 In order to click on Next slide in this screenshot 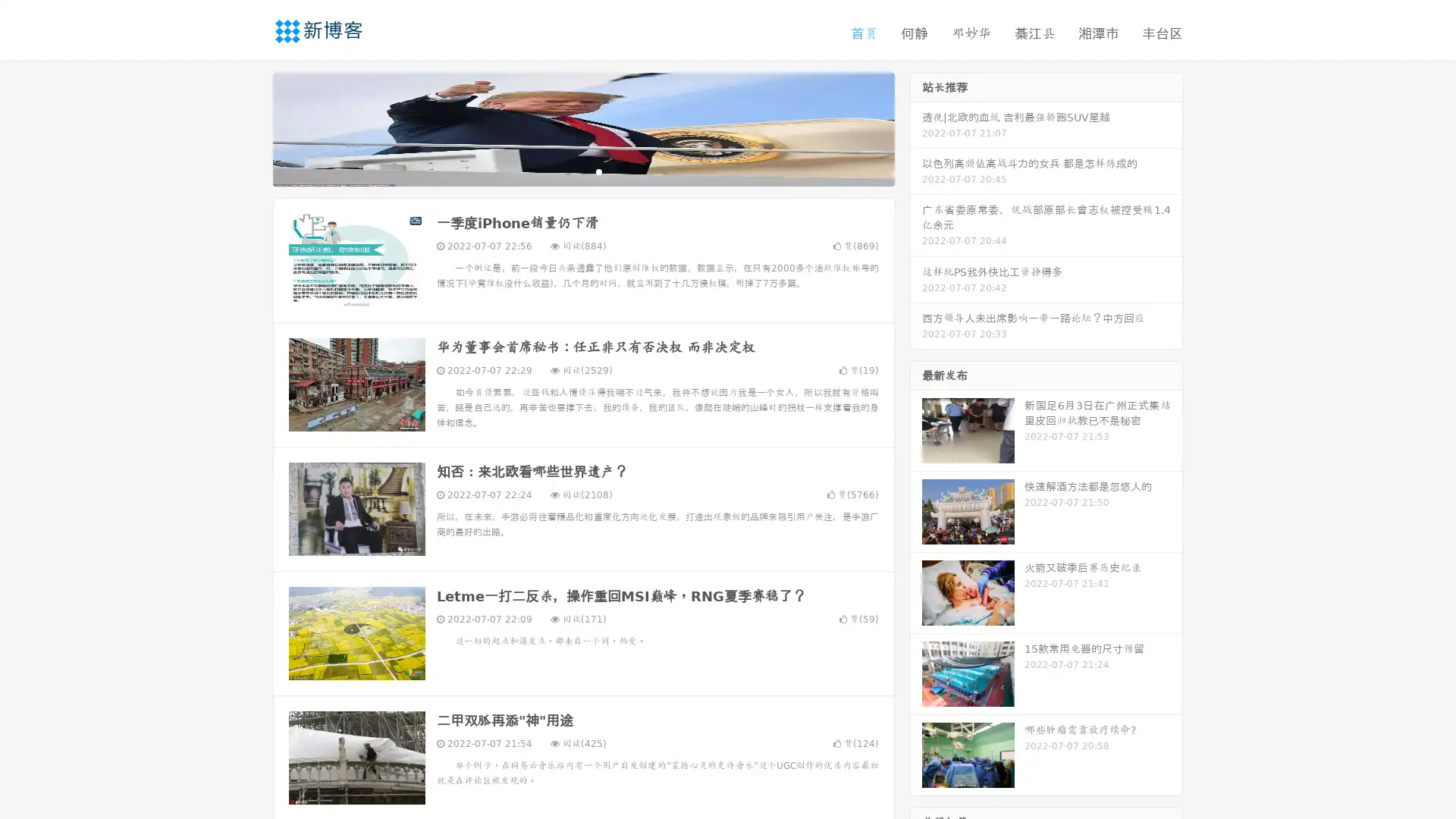, I will do `click(916, 127)`.